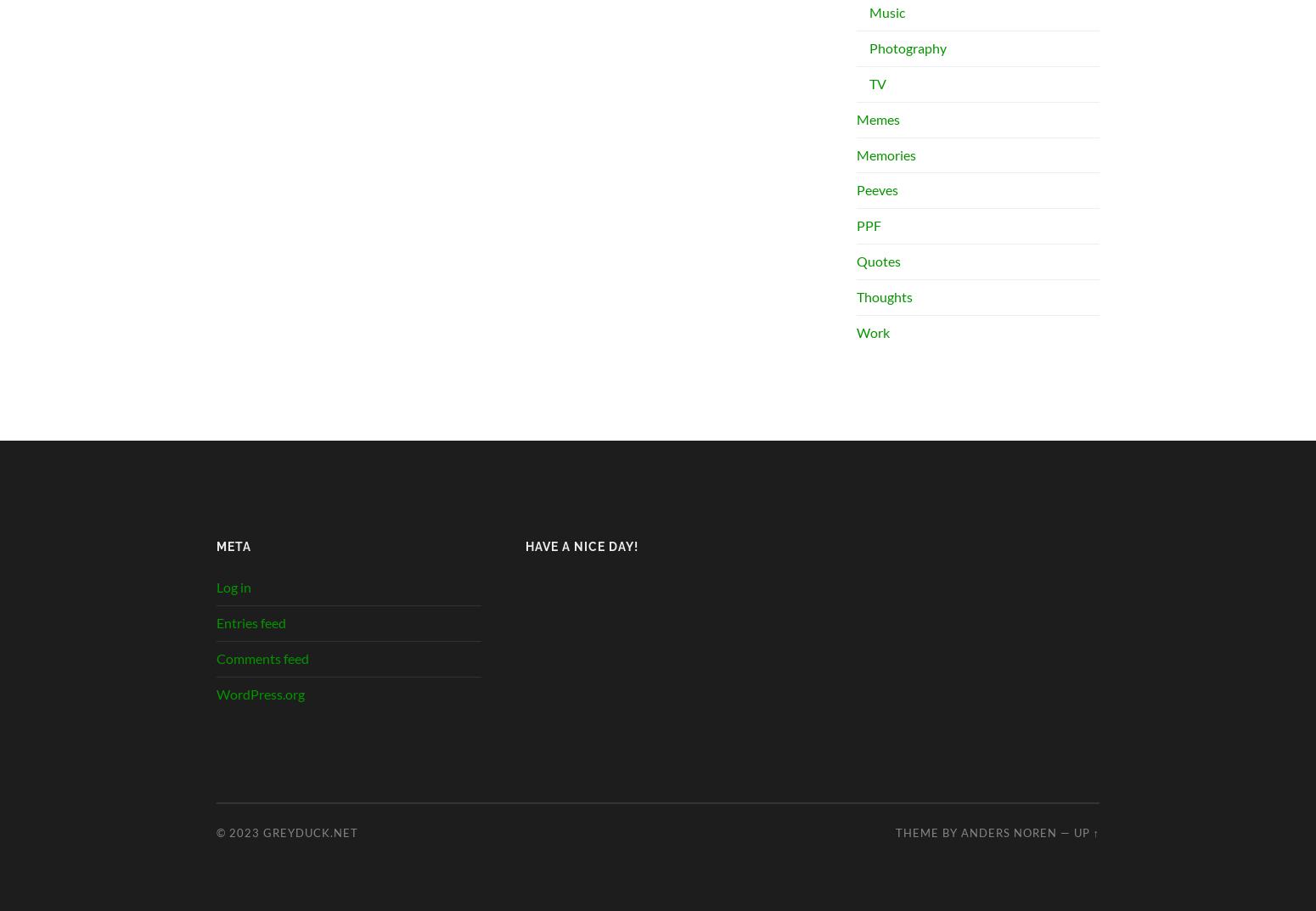  Describe the element at coordinates (878, 83) in the screenshot. I see `'TV'` at that location.